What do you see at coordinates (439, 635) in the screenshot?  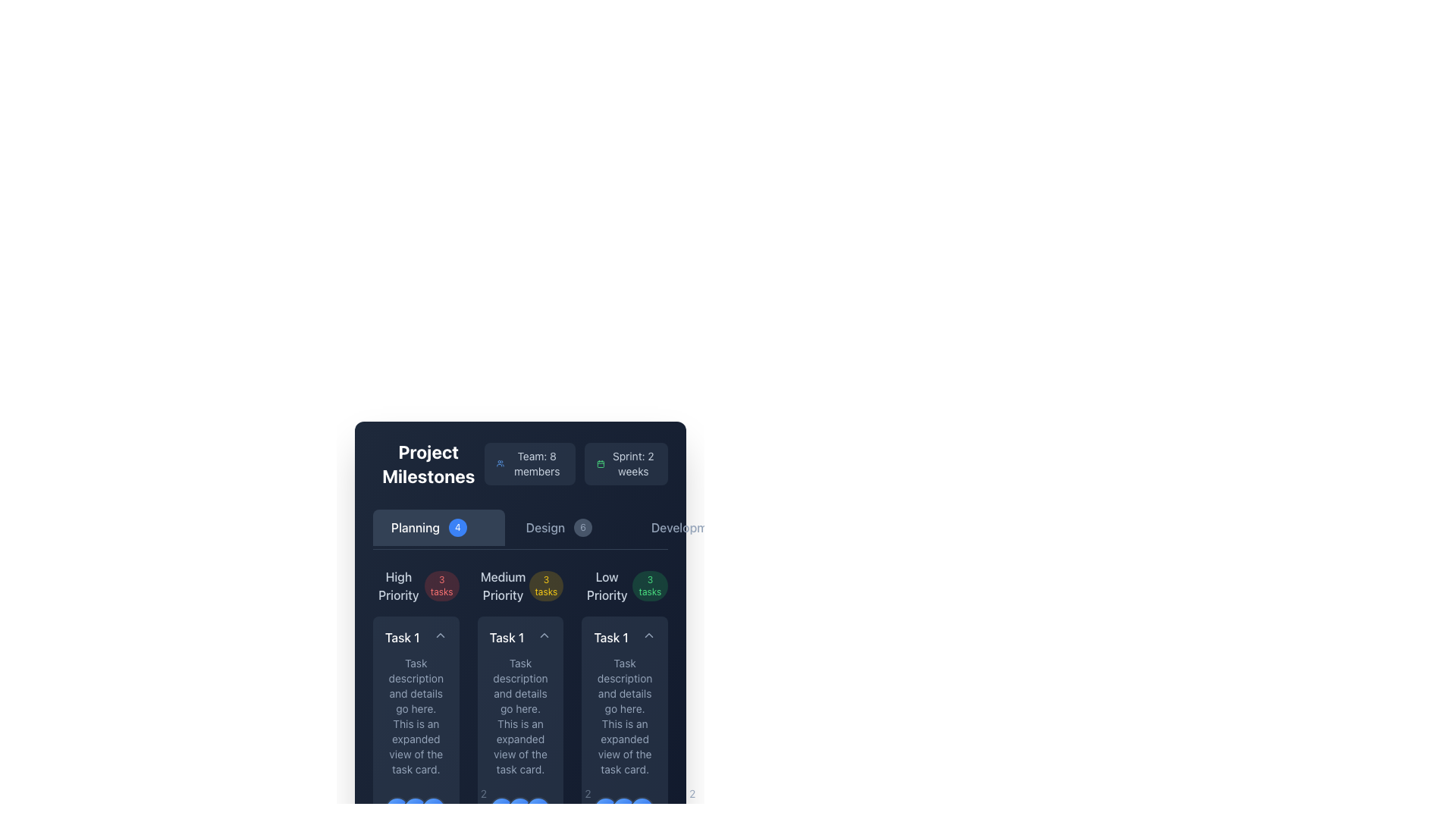 I see `the chevron-shaped icon in the top-right corner of the 'Task 1' card` at bounding box center [439, 635].